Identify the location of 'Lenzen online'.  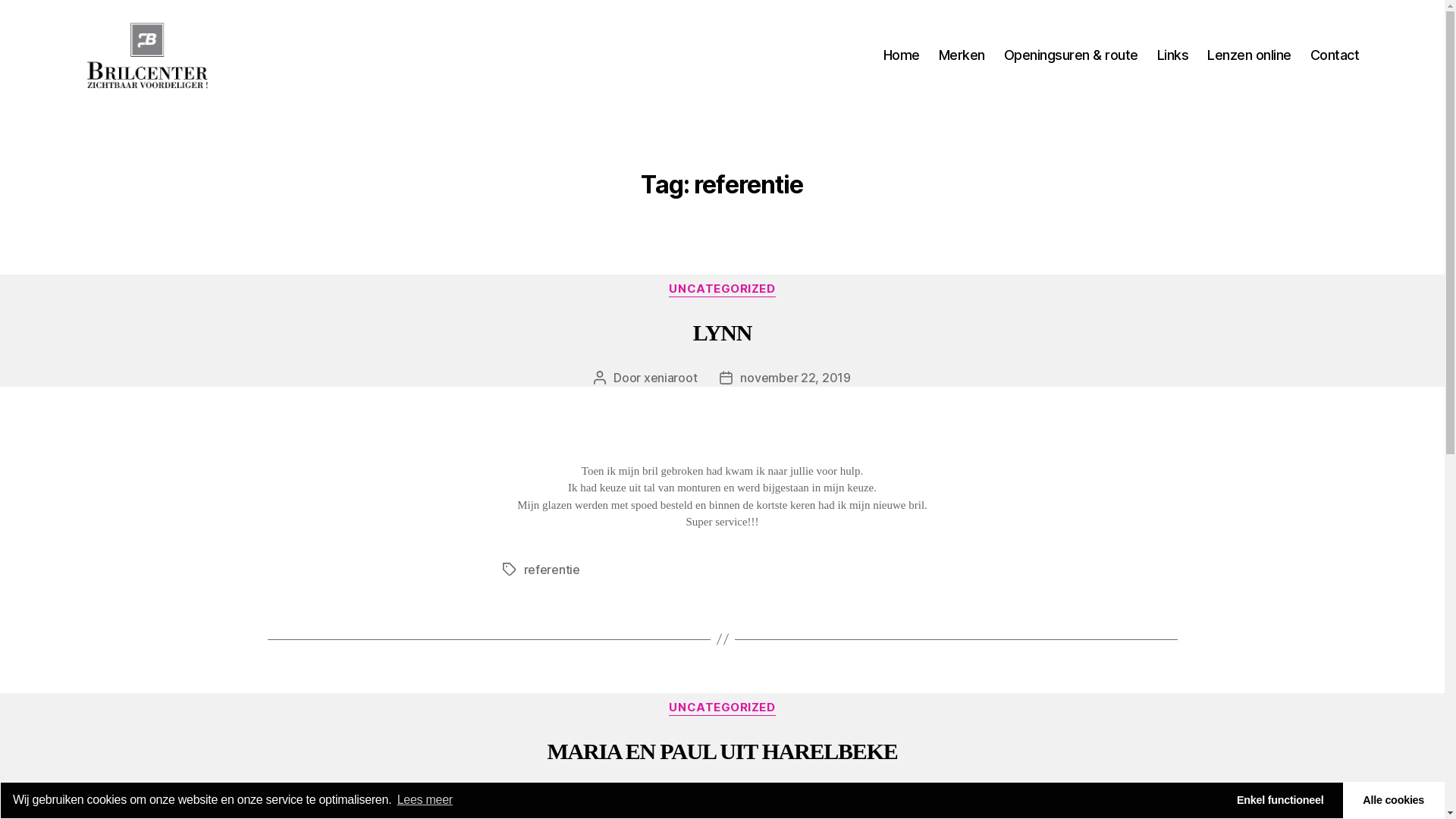
(1249, 55).